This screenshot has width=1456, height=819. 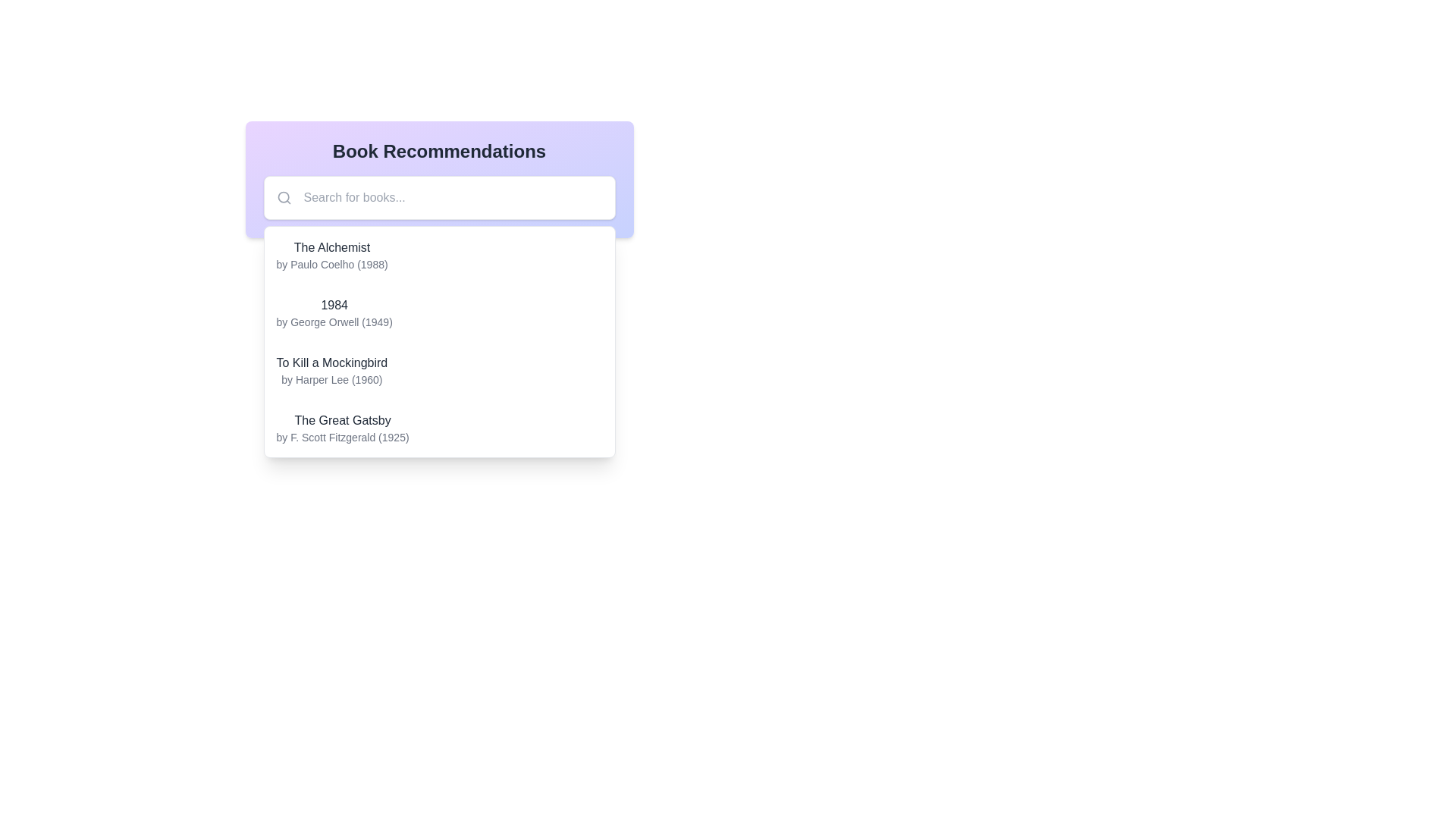 I want to click on the clickable list item featuring 'The Great Gatsby' in bold black font, so click(x=438, y=428).